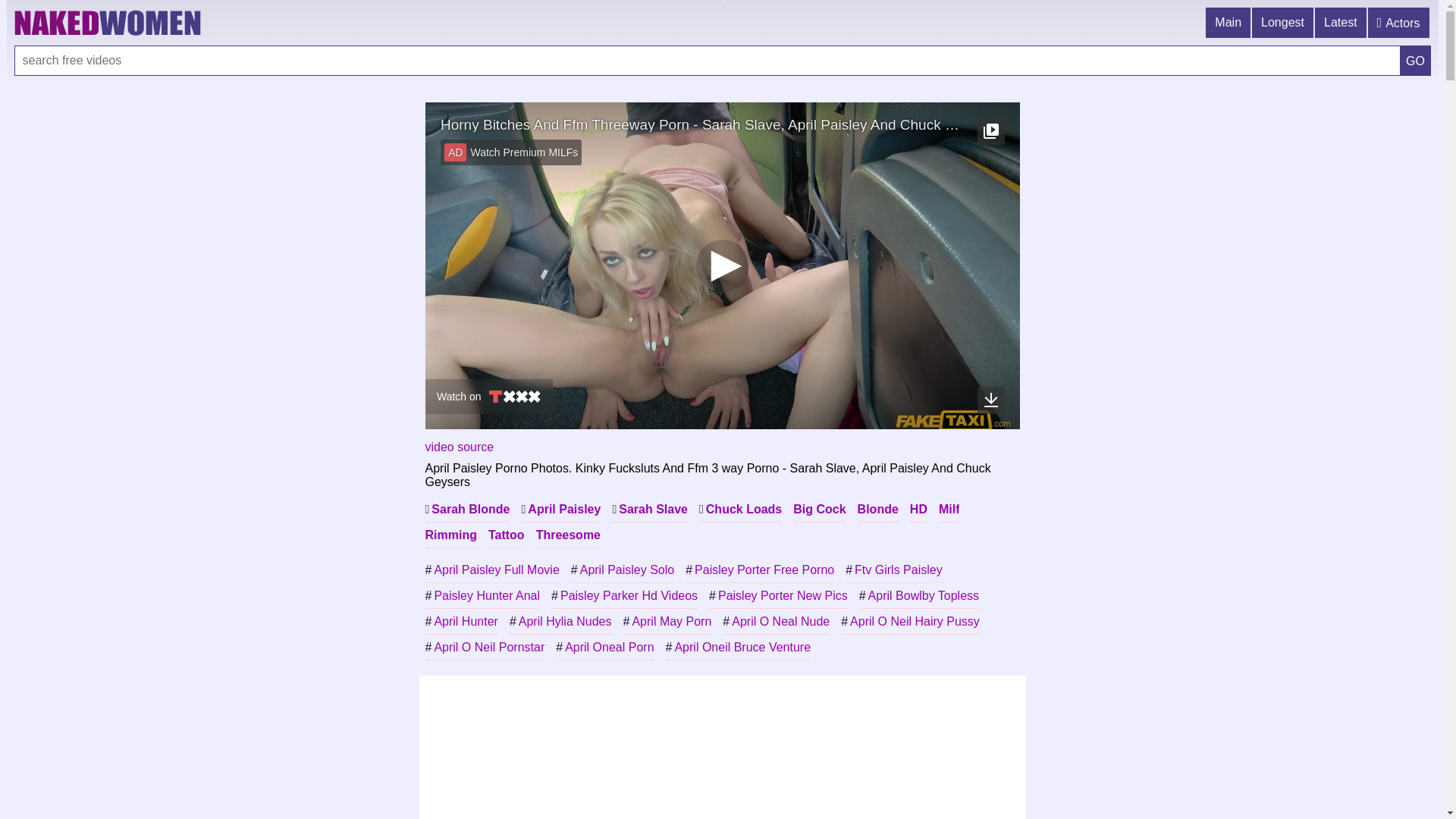 This screenshot has height=819, width=1456. What do you see at coordinates (818, 509) in the screenshot?
I see `'Big Cock'` at bounding box center [818, 509].